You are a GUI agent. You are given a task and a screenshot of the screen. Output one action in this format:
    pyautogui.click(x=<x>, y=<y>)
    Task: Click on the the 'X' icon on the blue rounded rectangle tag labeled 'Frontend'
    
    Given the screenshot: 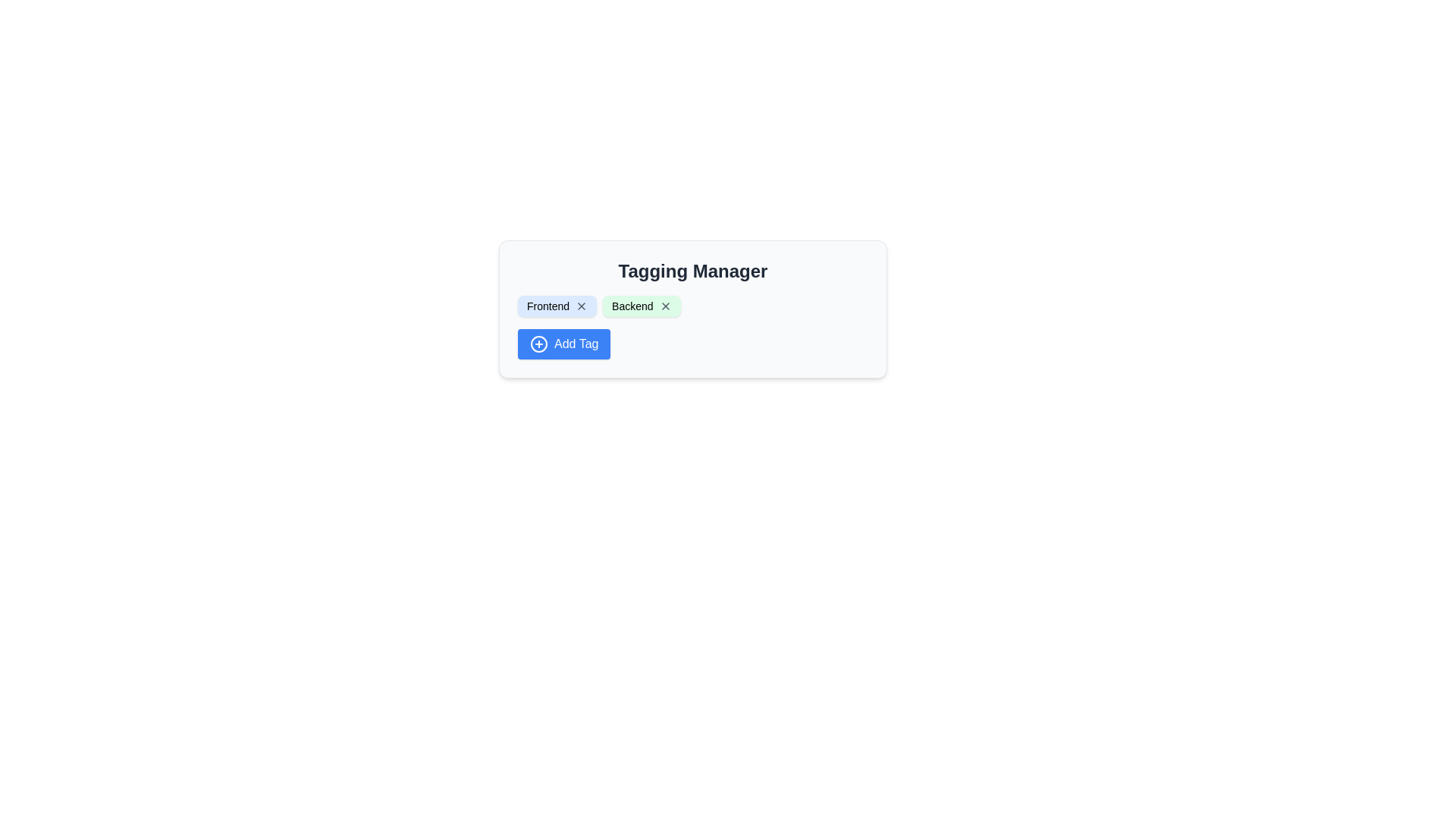 What is the action you would take?
    pyautogui.click(x=556, y=306)
    